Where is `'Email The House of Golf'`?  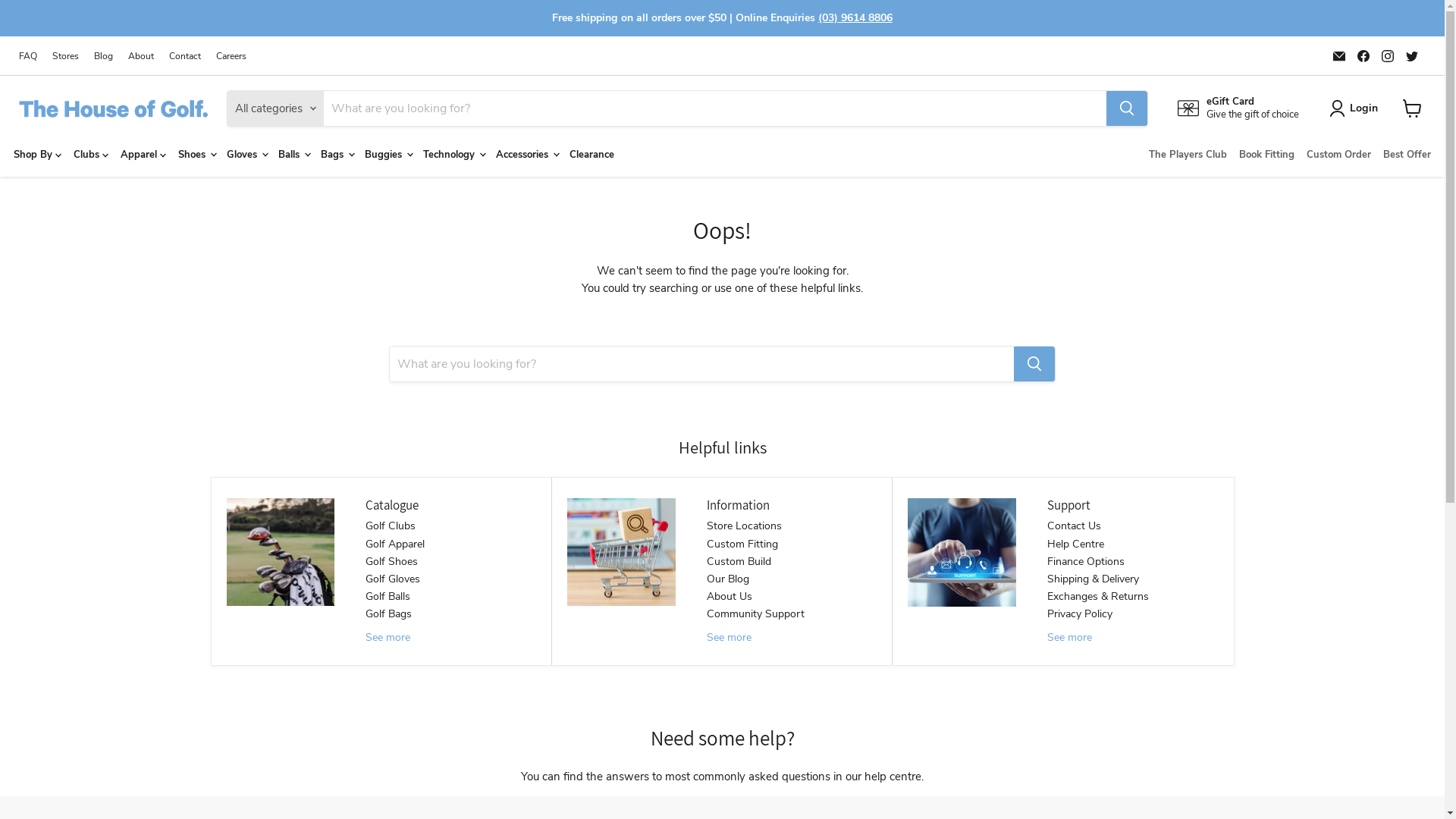 'Email The House of Golf' is located at coordinates (1339, 55).